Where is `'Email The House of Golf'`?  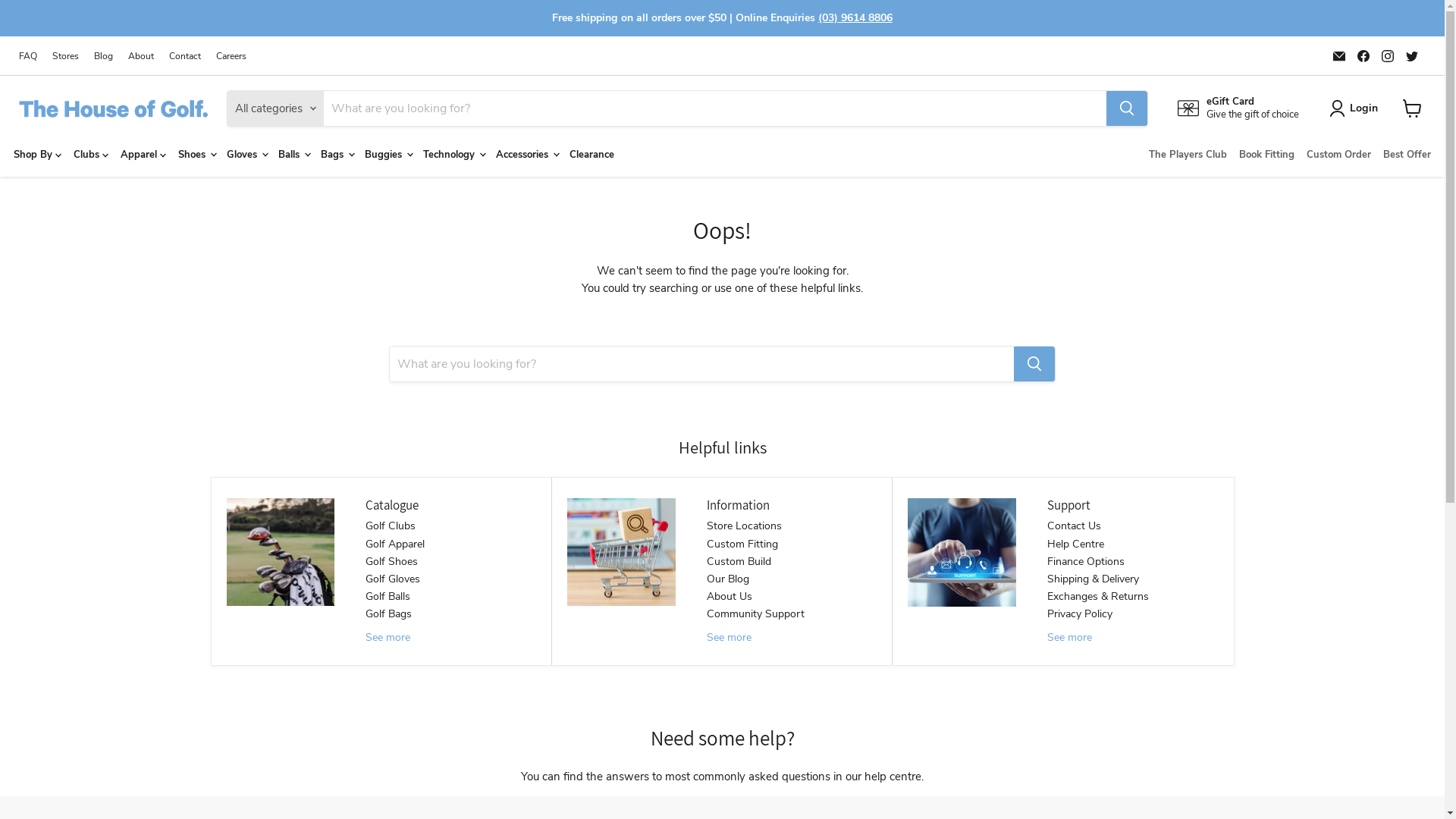 'Email The House of Golf' is located at coordinates (1339, 55).